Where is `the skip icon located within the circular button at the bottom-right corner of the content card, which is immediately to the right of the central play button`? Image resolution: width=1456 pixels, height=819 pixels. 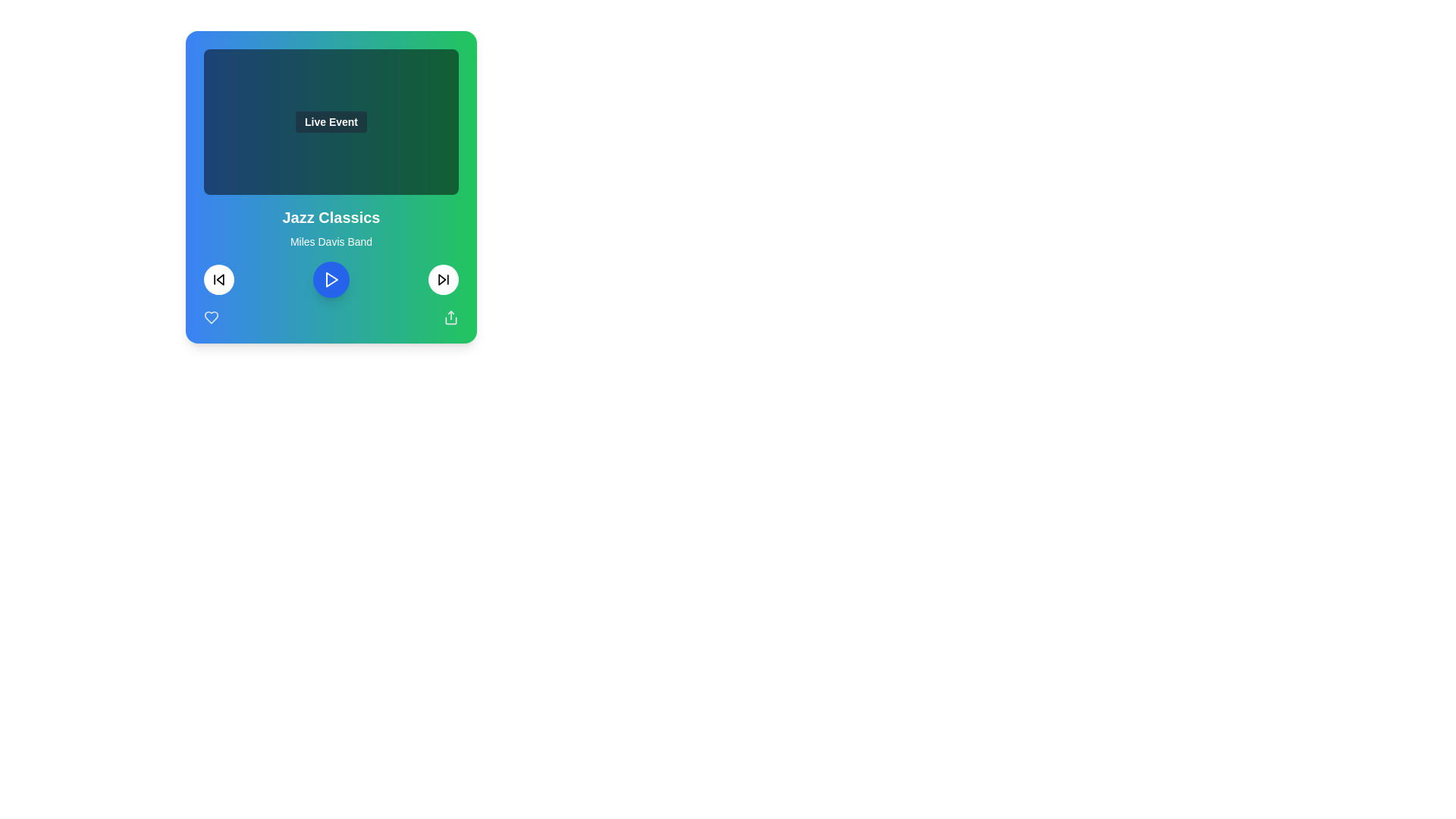 the skip icon located within the circular button at the bottom-right corner of the content card, which is immediately to the right of the central play button is located at coordinates (443, 280).